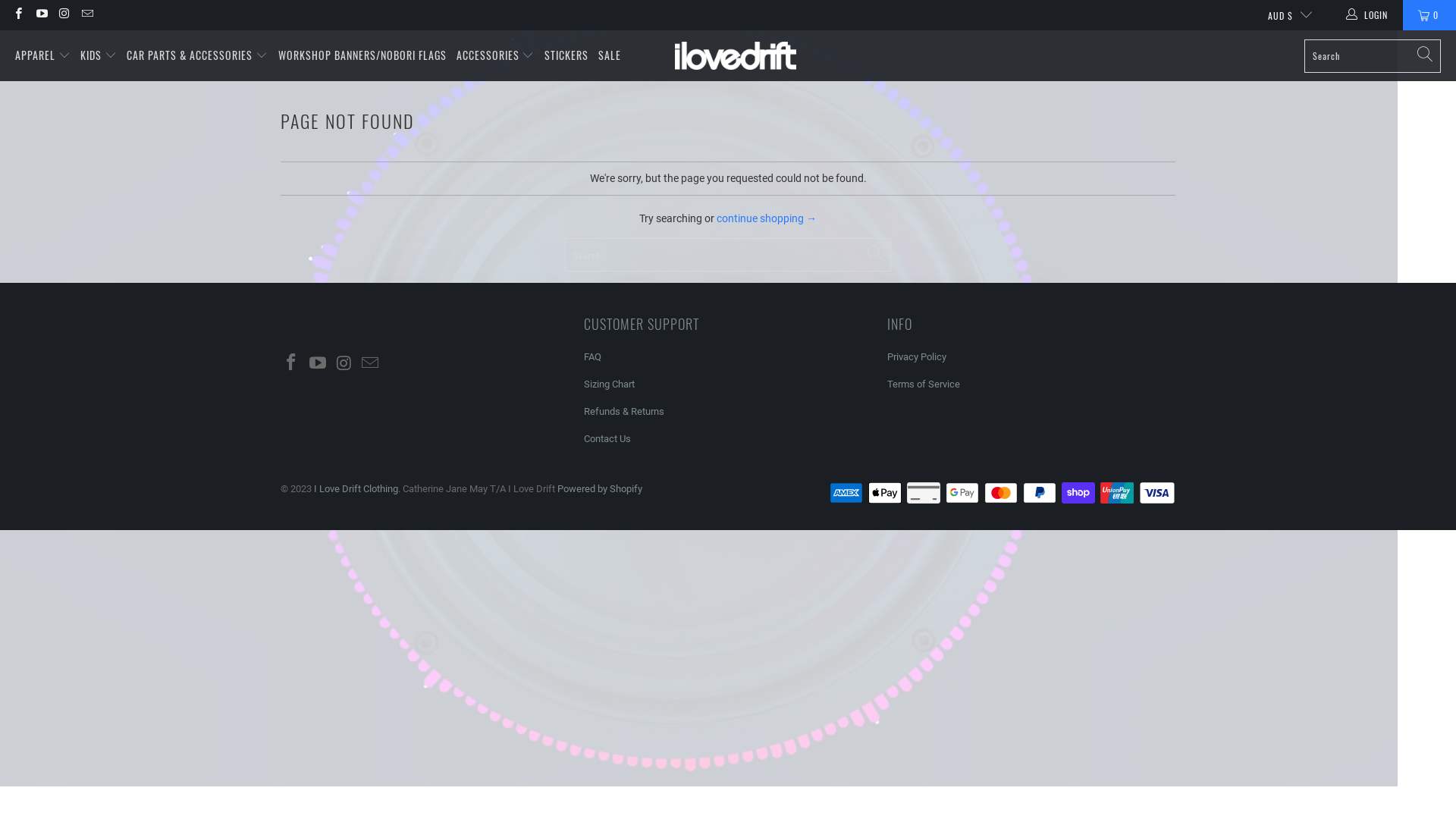 The height and width of the screenshot is (819, 1456). I want to click on 'APPAREL', so click(42, 55).